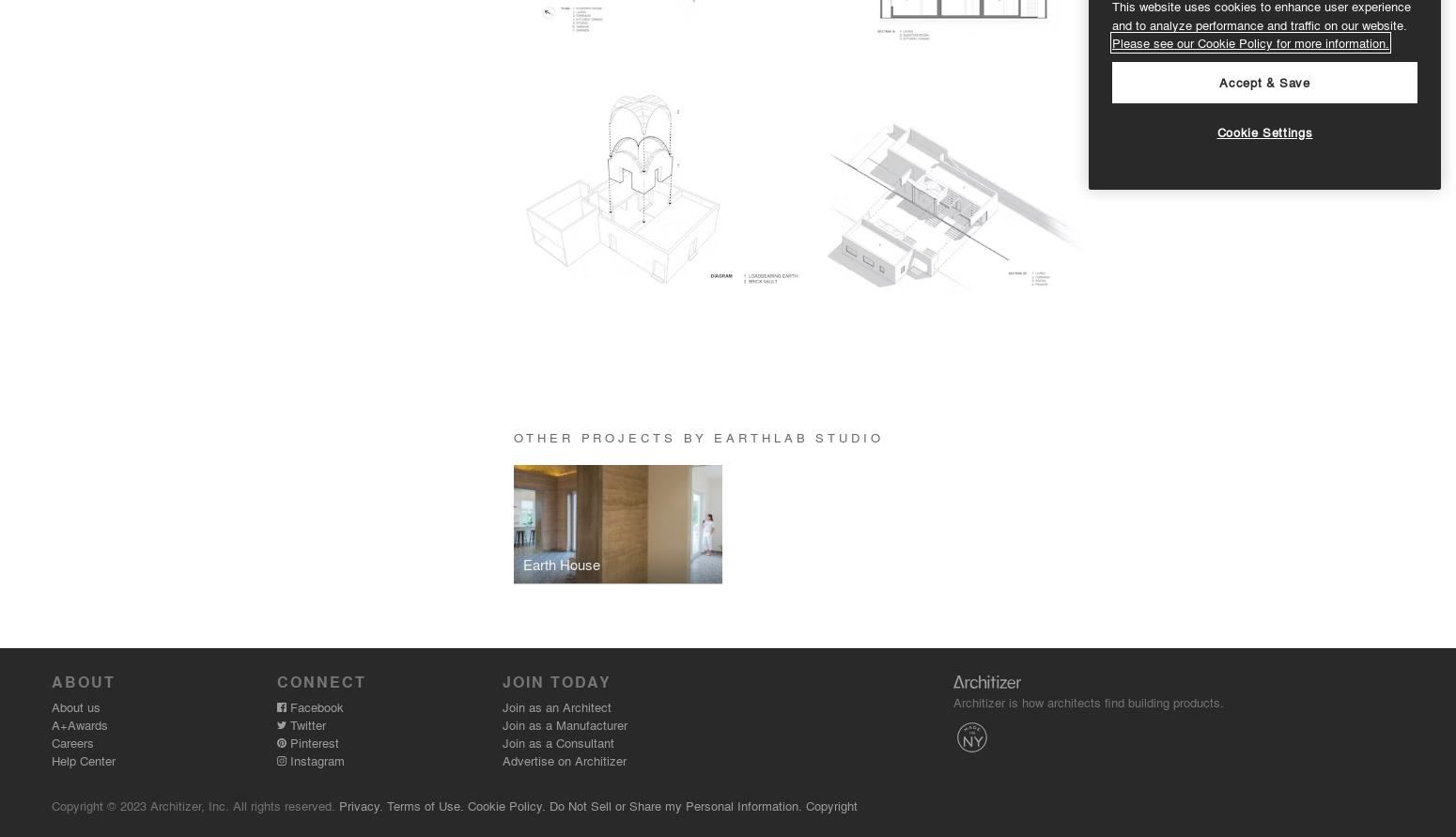  What do you see at coordinates (71, 742) in the screenshot?
I see `'Careers'` at bounding box center [71, 742].